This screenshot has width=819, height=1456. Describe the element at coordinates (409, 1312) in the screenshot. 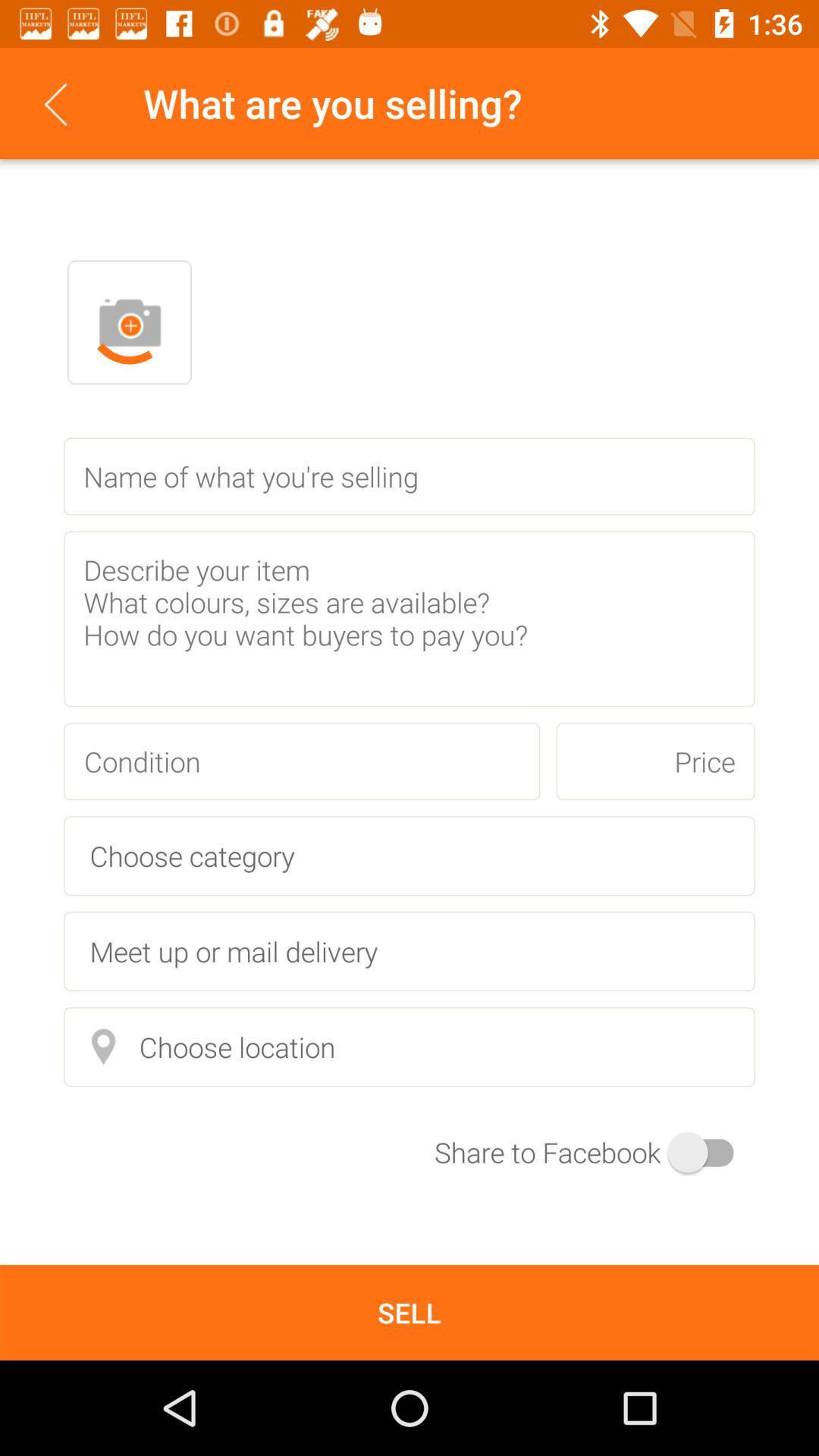

I see `sell item` at that location.